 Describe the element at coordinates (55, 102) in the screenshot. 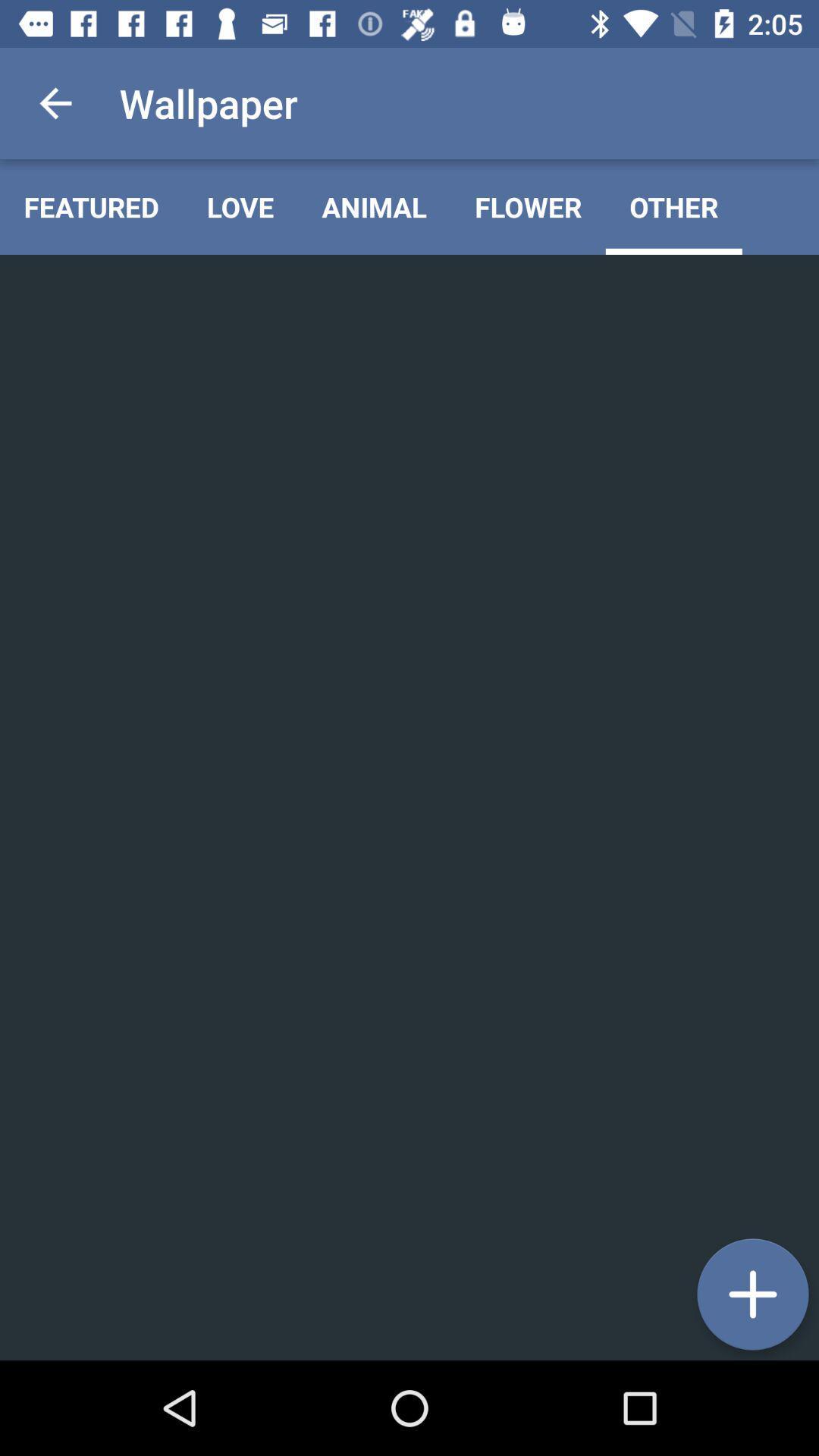

I see `item to the left of wallpaper app` at that location.